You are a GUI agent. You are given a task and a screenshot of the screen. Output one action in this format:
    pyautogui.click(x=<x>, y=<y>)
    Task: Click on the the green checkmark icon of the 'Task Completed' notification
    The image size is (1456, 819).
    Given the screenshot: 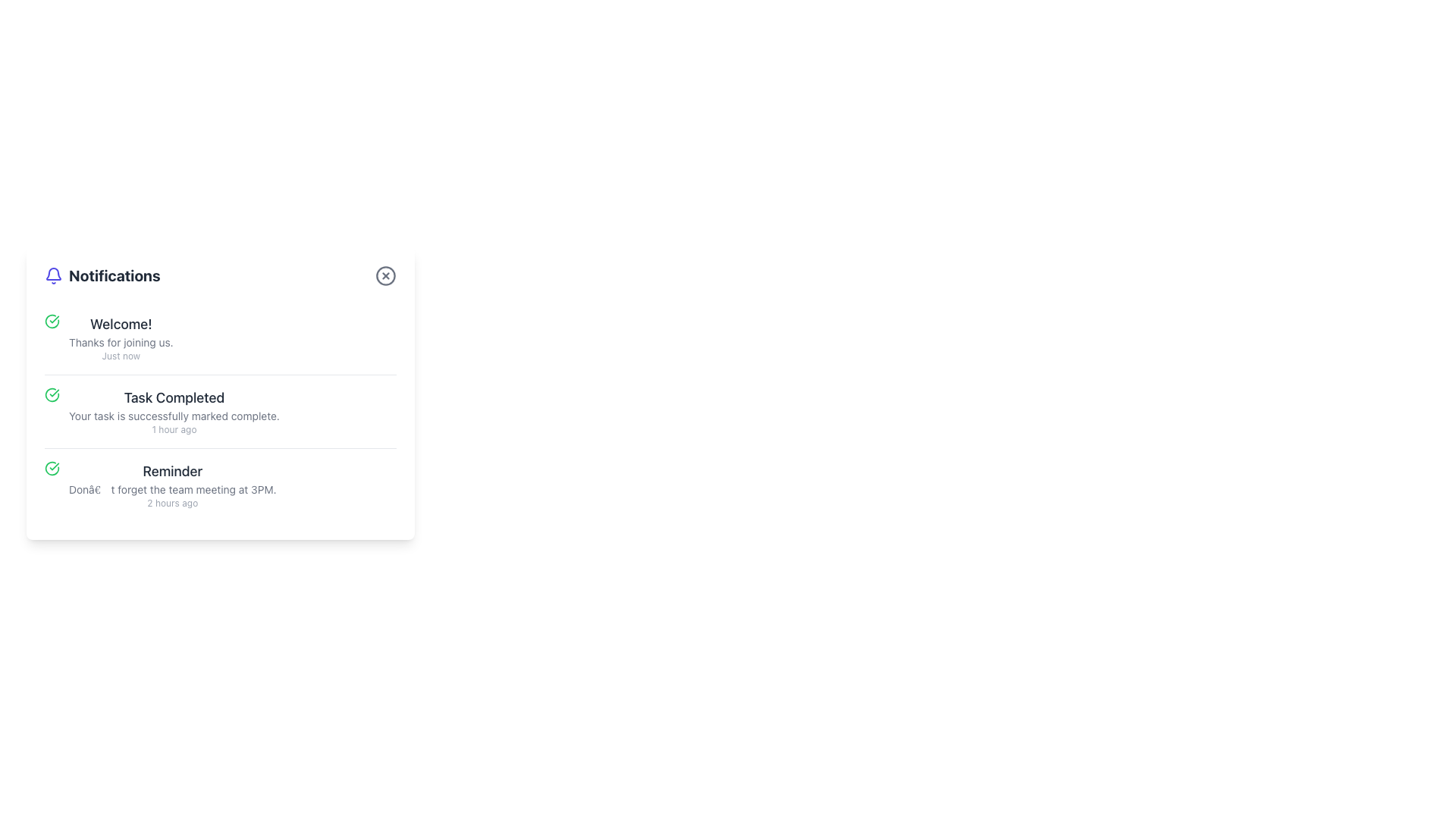 What is the action you would take?
    pyautogui.click(x=220, y=411)
    